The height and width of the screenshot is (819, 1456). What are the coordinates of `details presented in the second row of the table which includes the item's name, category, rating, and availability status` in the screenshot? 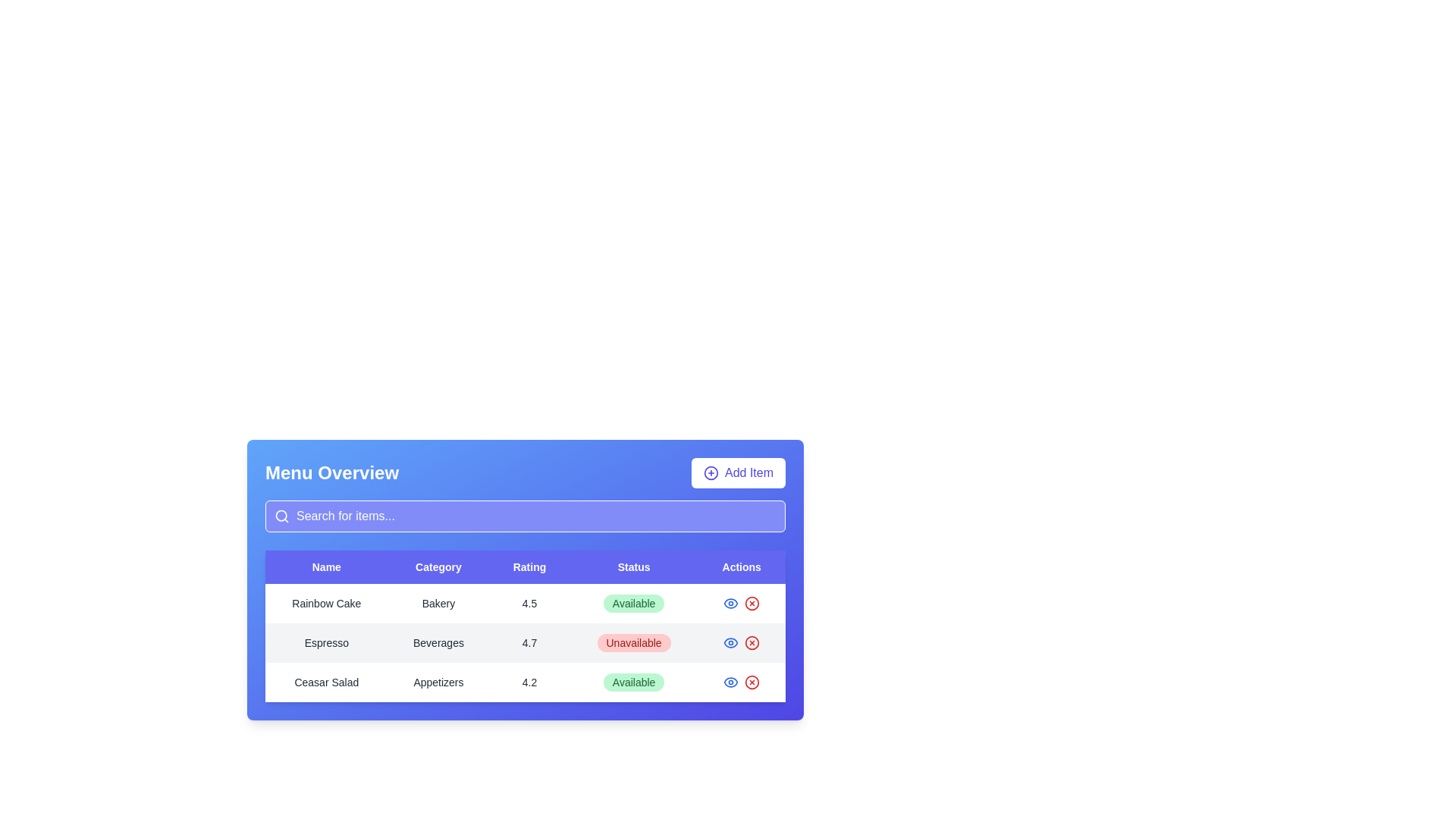 It's located at (525, 643).